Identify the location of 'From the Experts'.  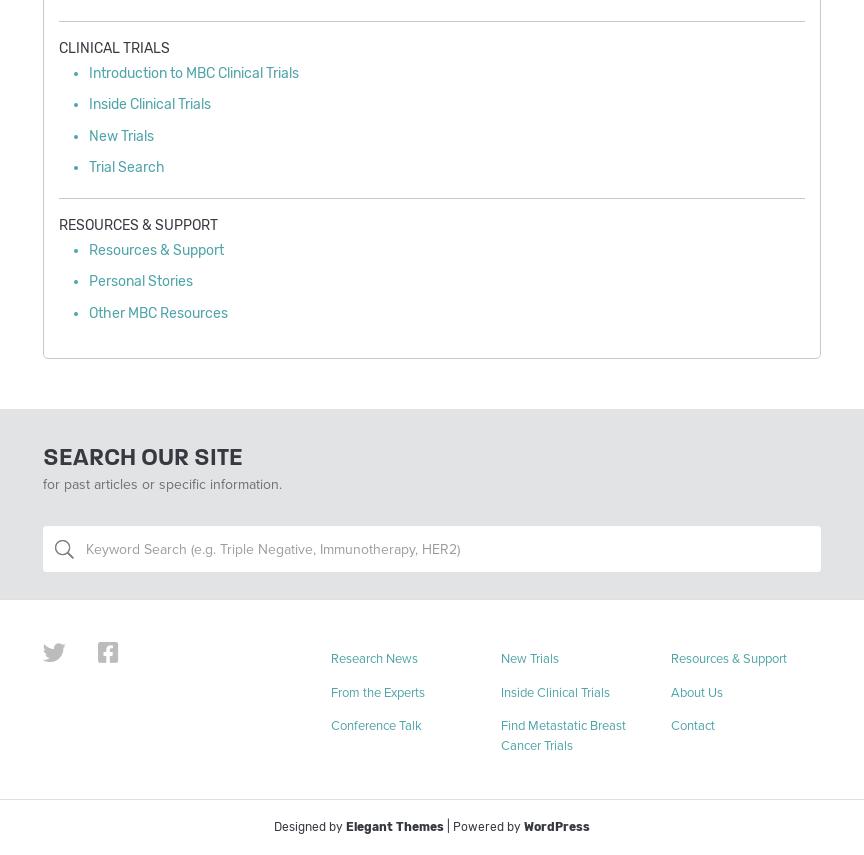
(377, 691).